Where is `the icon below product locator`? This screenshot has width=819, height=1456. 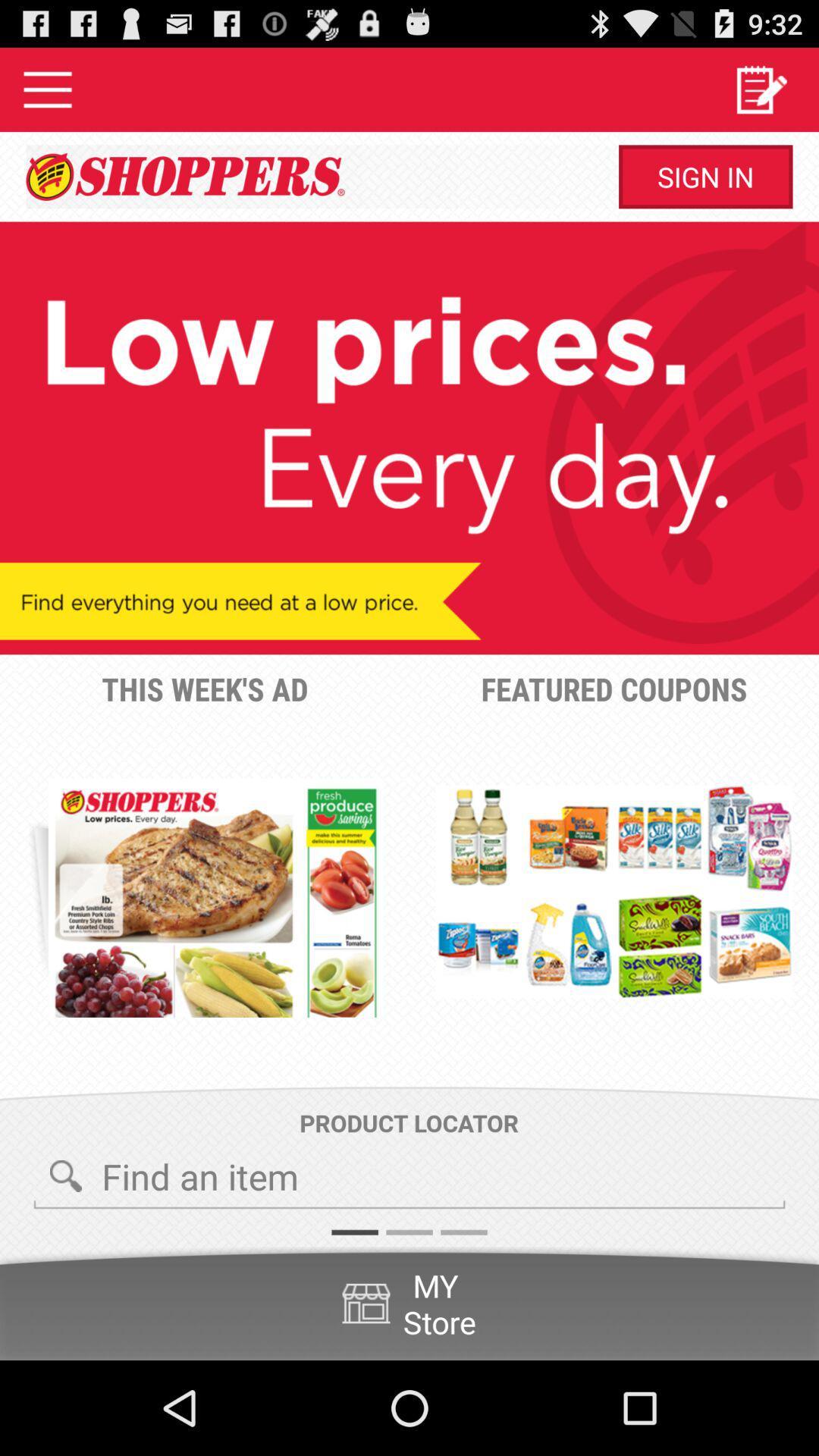
the icon below product locator is located at coordinates (409, 1177).